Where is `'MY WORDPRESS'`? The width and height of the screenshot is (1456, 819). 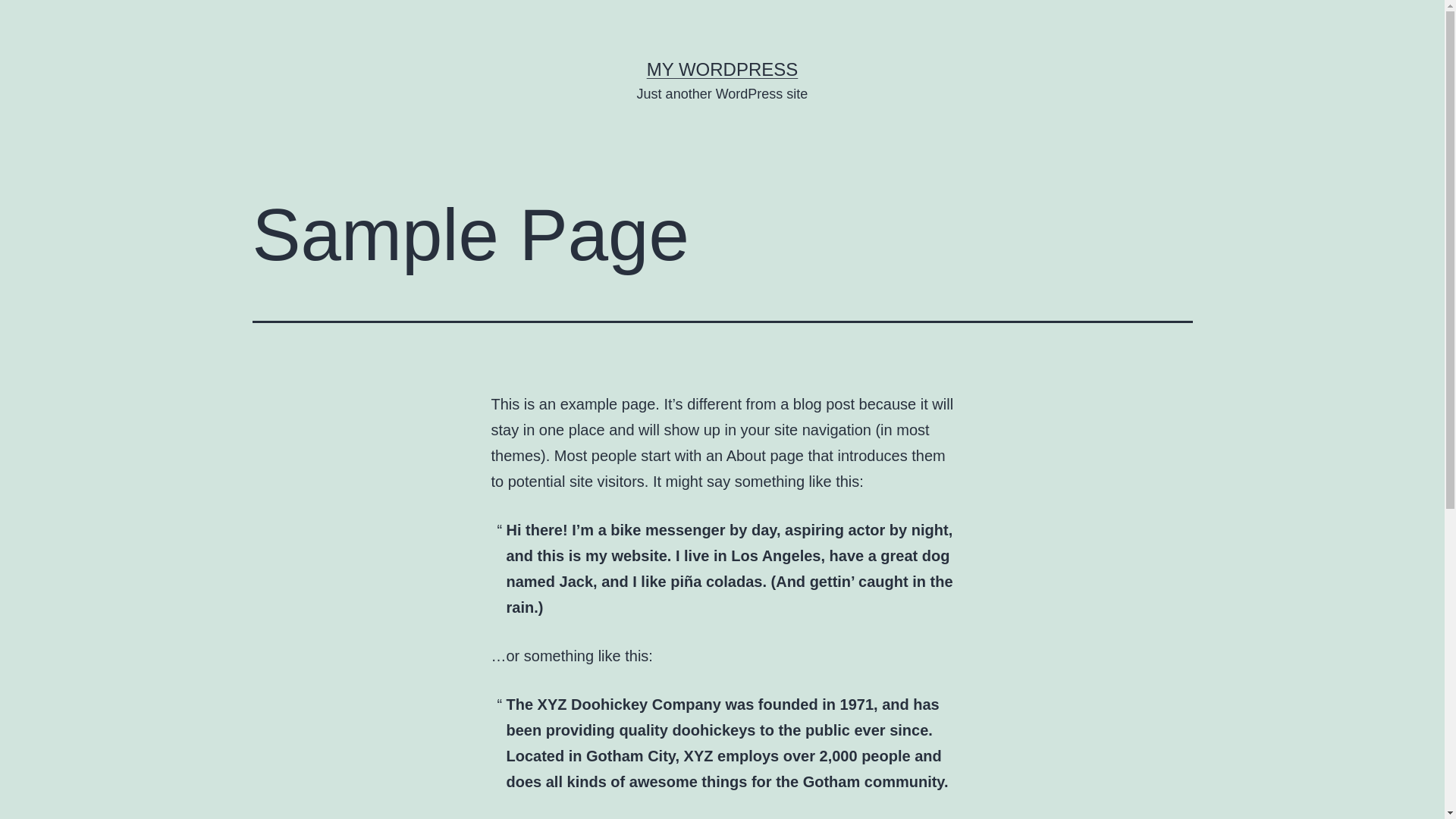 'MY WORDPRESS' is located at coordinates (722, 69).